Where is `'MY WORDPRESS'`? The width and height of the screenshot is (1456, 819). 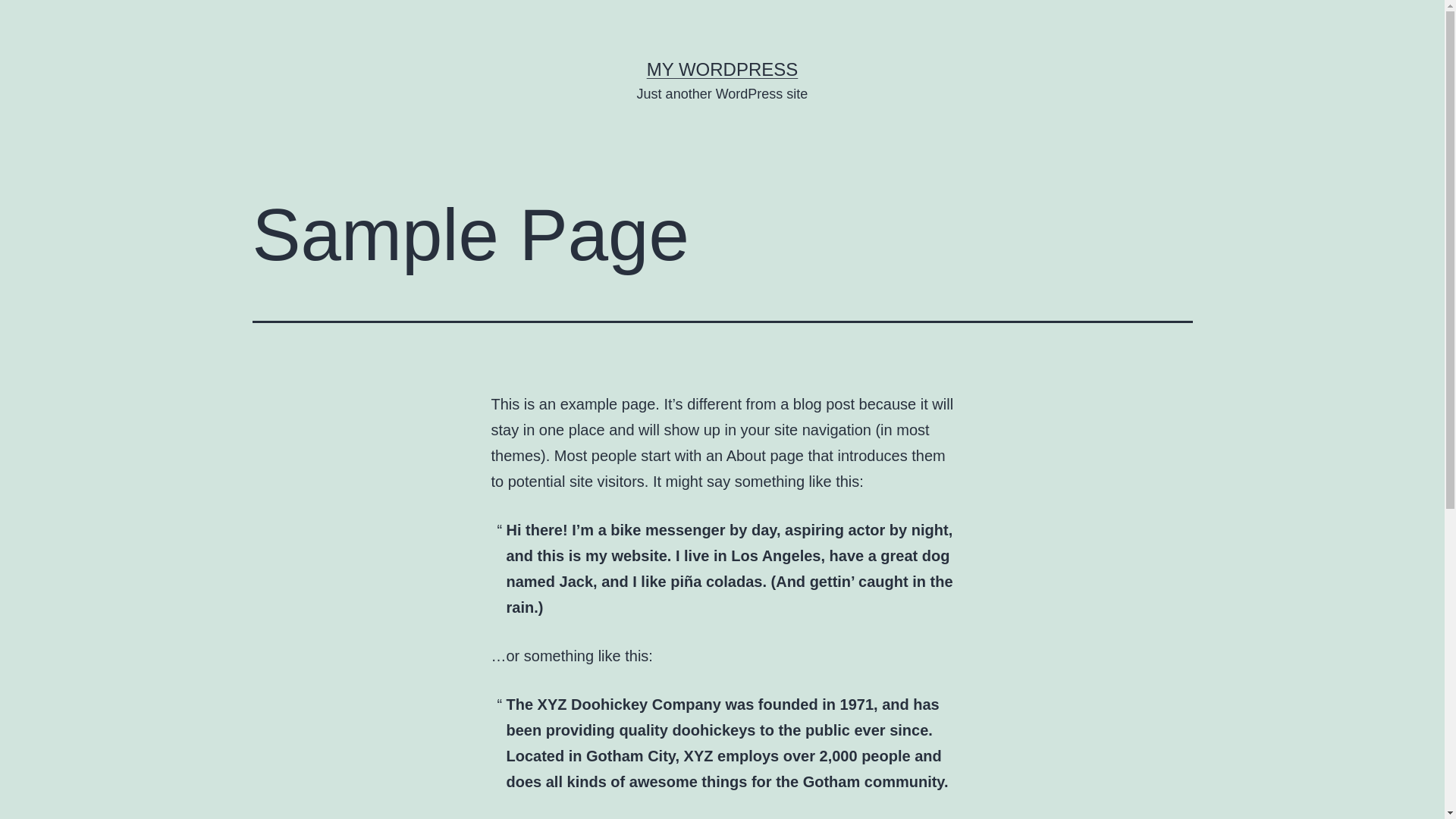 'MY WORDPRESS' is located at coordinates (722, 69).